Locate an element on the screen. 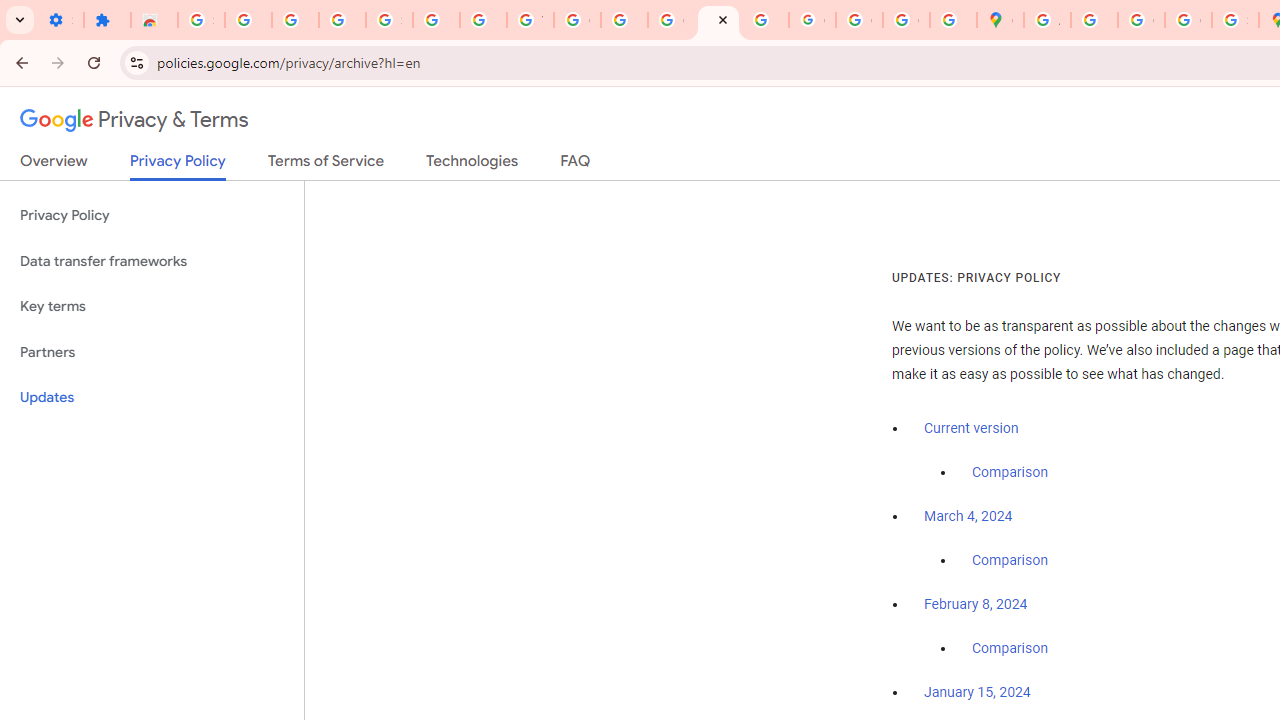 The image size is (1280, 720). 'March 4, 2024' is located at coordinates (968, 516).